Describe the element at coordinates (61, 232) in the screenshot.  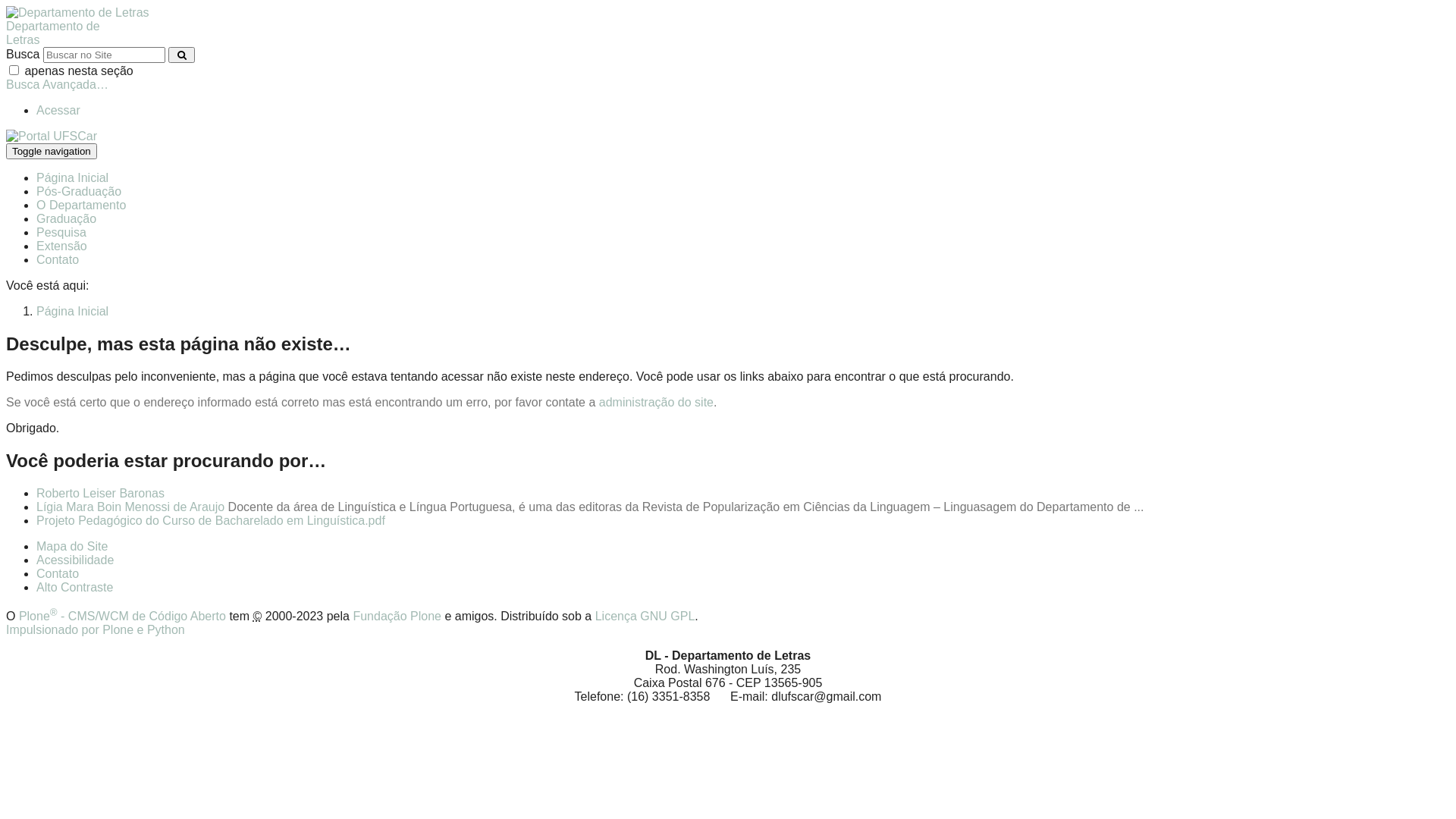
I see `'Pesquisa'` at that location.